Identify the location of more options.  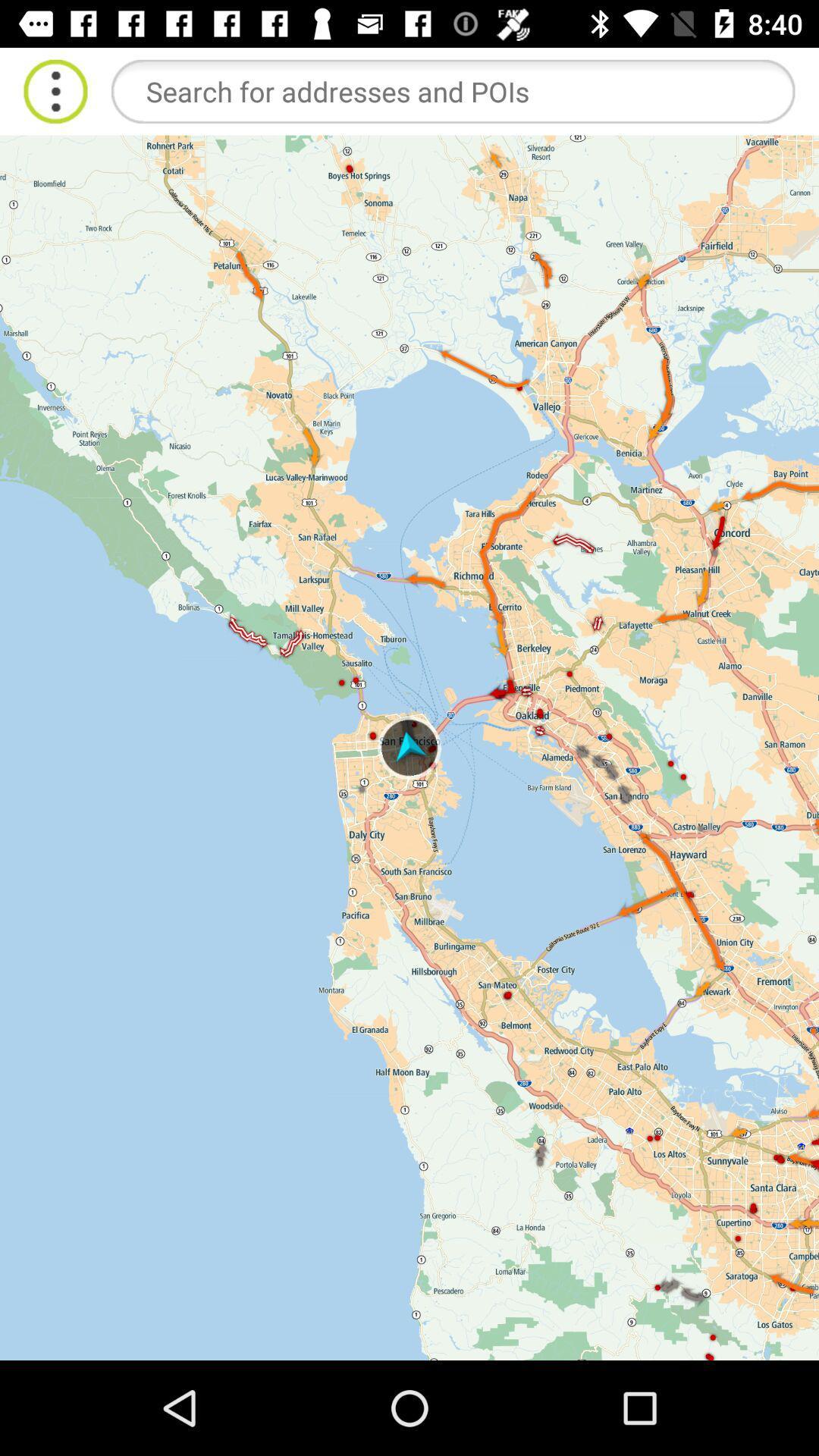
(55, 90).